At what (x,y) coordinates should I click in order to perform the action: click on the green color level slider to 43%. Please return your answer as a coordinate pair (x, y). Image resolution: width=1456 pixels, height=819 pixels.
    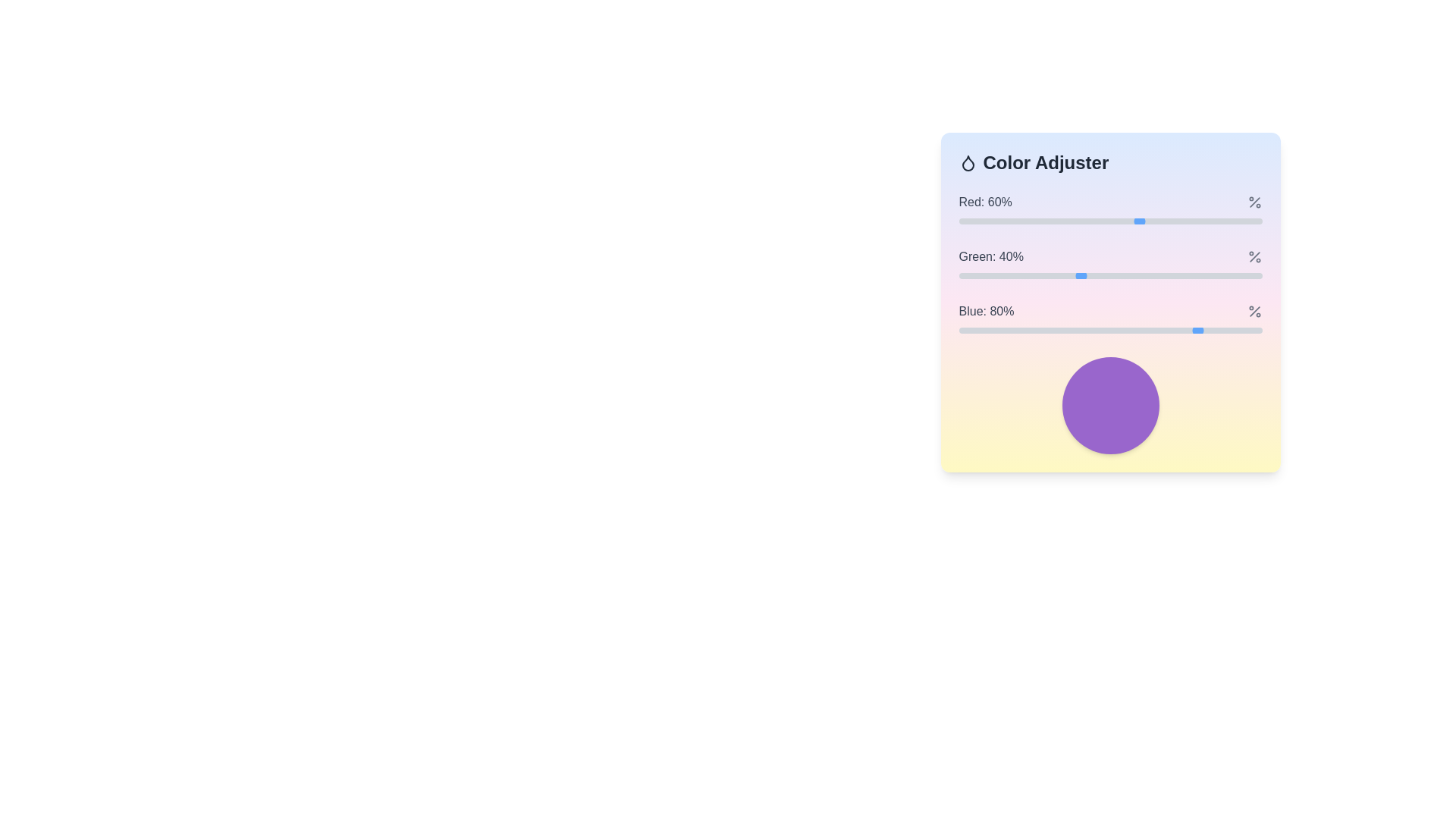
    Looking at the image, I should click on (1088, 275).